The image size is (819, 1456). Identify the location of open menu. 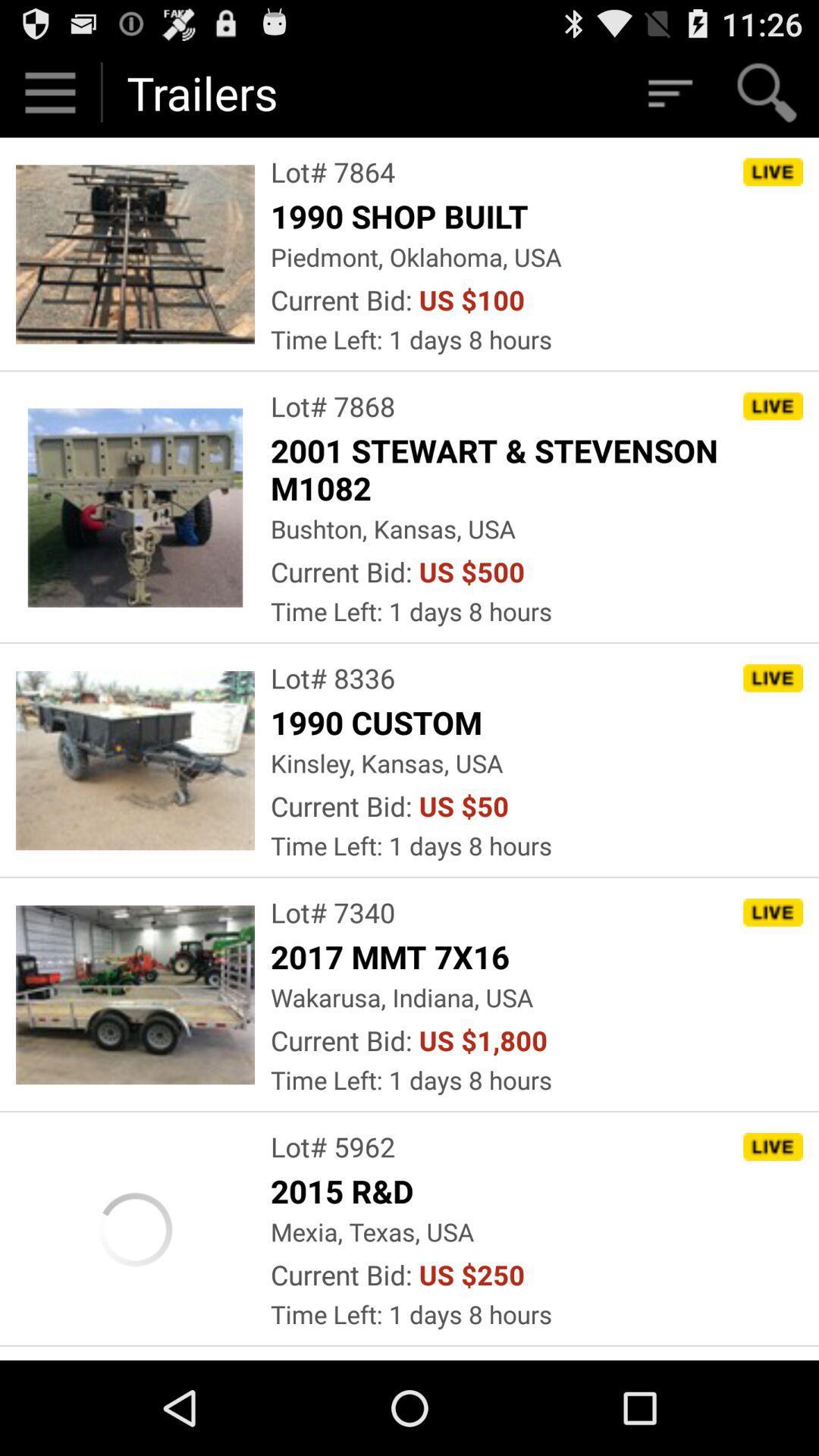
(49, 92).